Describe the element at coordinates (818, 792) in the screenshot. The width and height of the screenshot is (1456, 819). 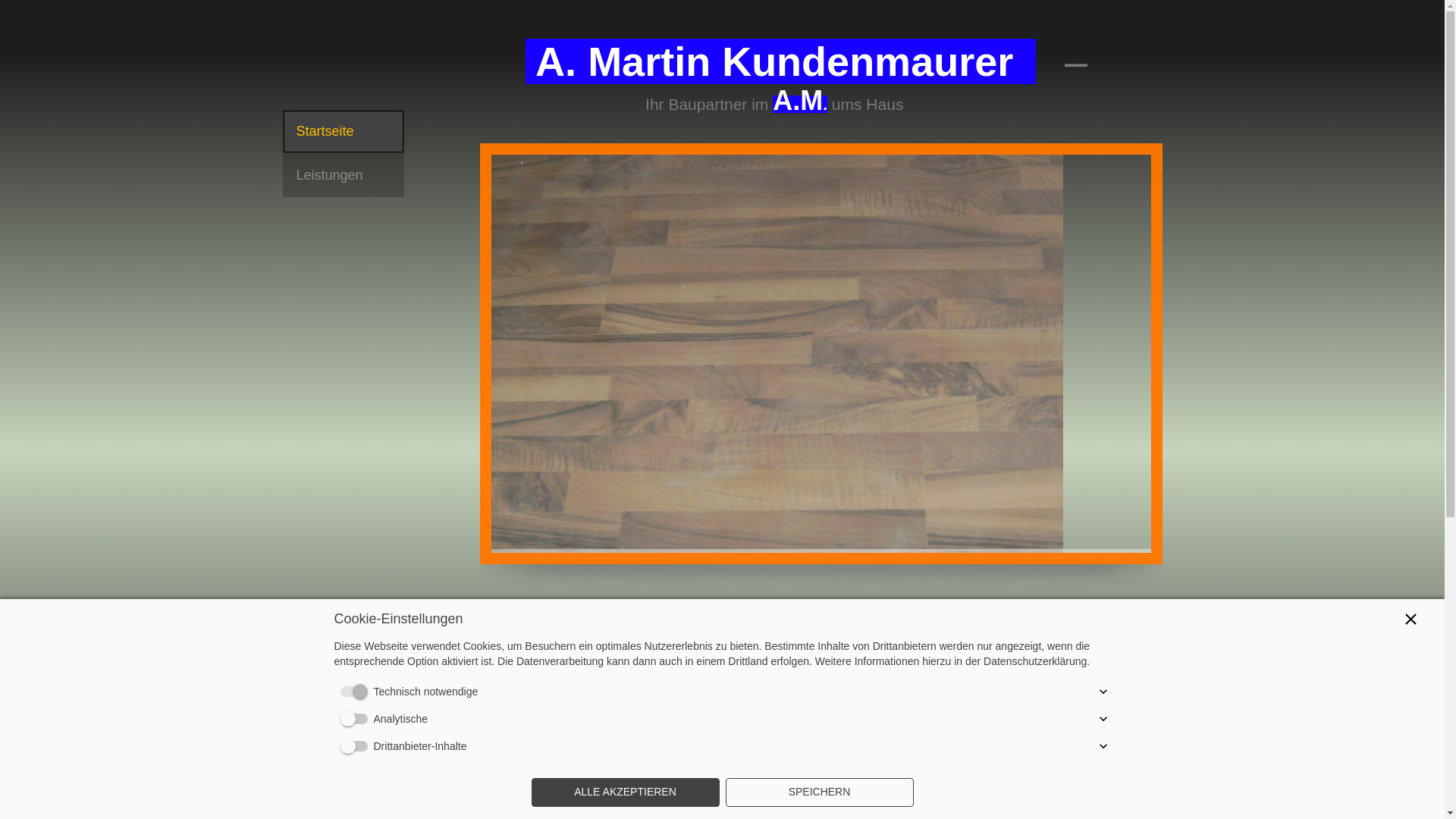
I see `'SPEICHERN'` at that location.